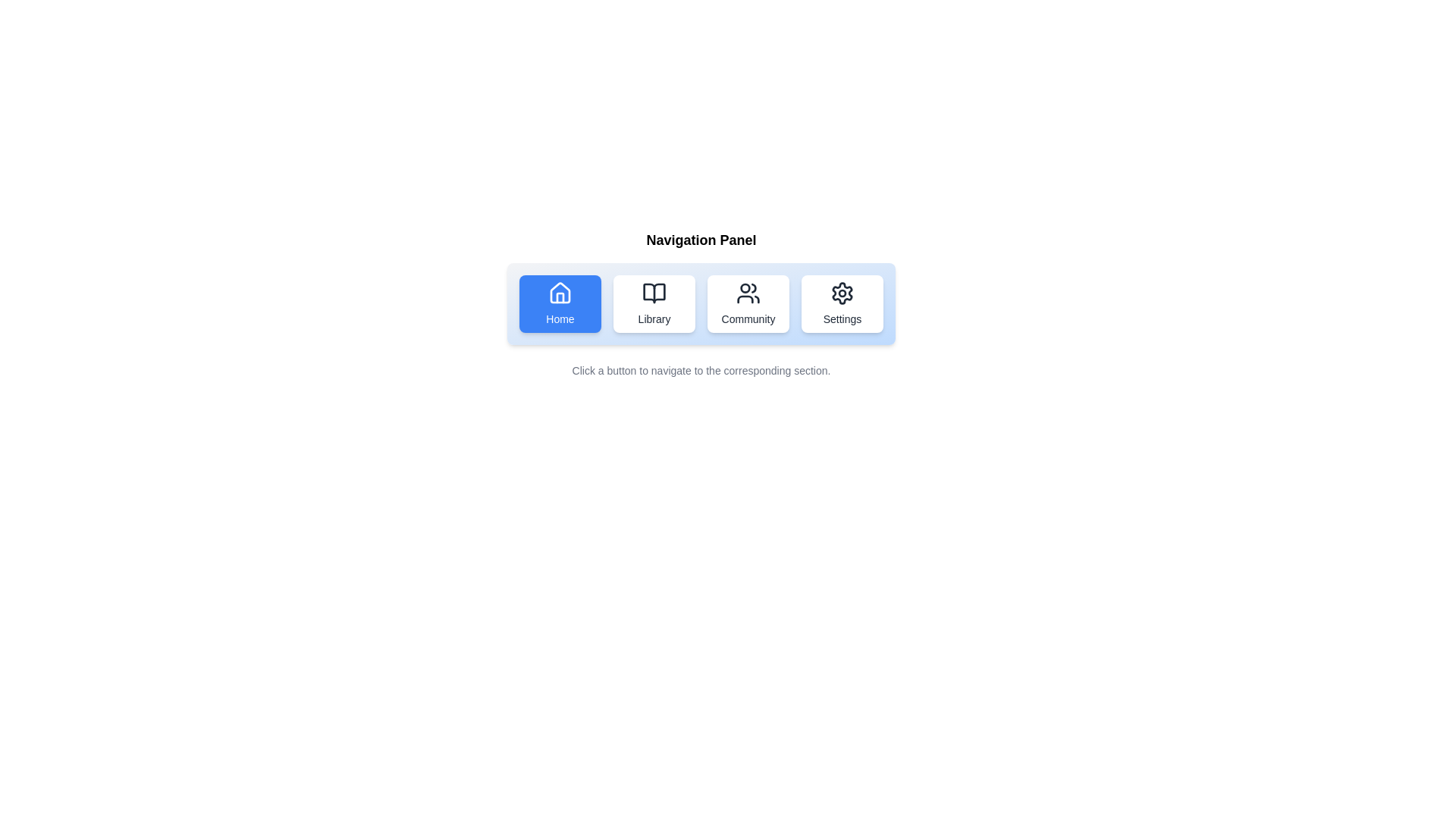 The width and height of the screenshot is (1456, 819). I want to click on the house-shaped icon as part of the 'Home' button located at the leftmost position in the navigation panel, so click(560, 292).